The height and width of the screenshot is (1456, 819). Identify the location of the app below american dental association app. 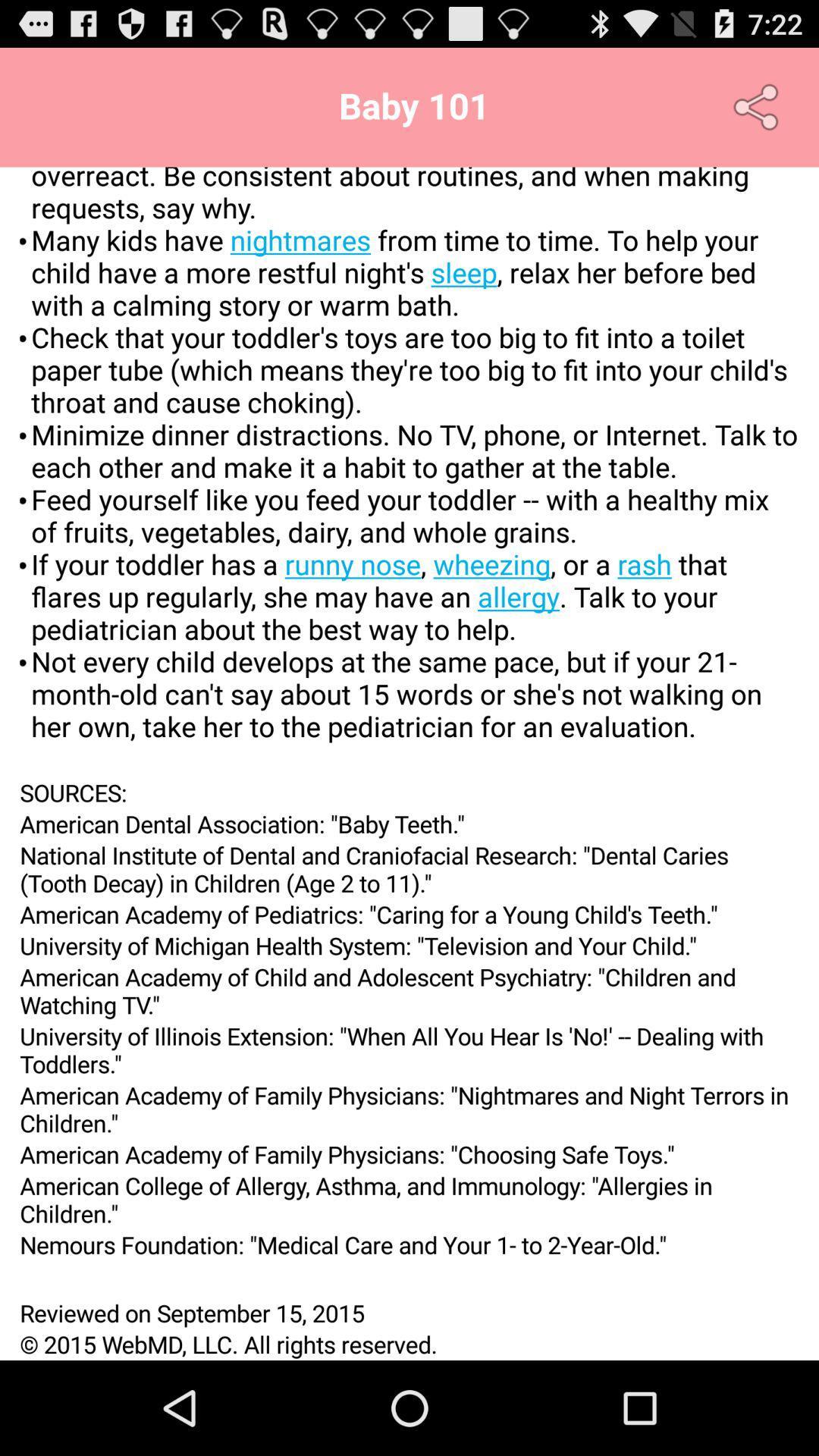
(409, 869).